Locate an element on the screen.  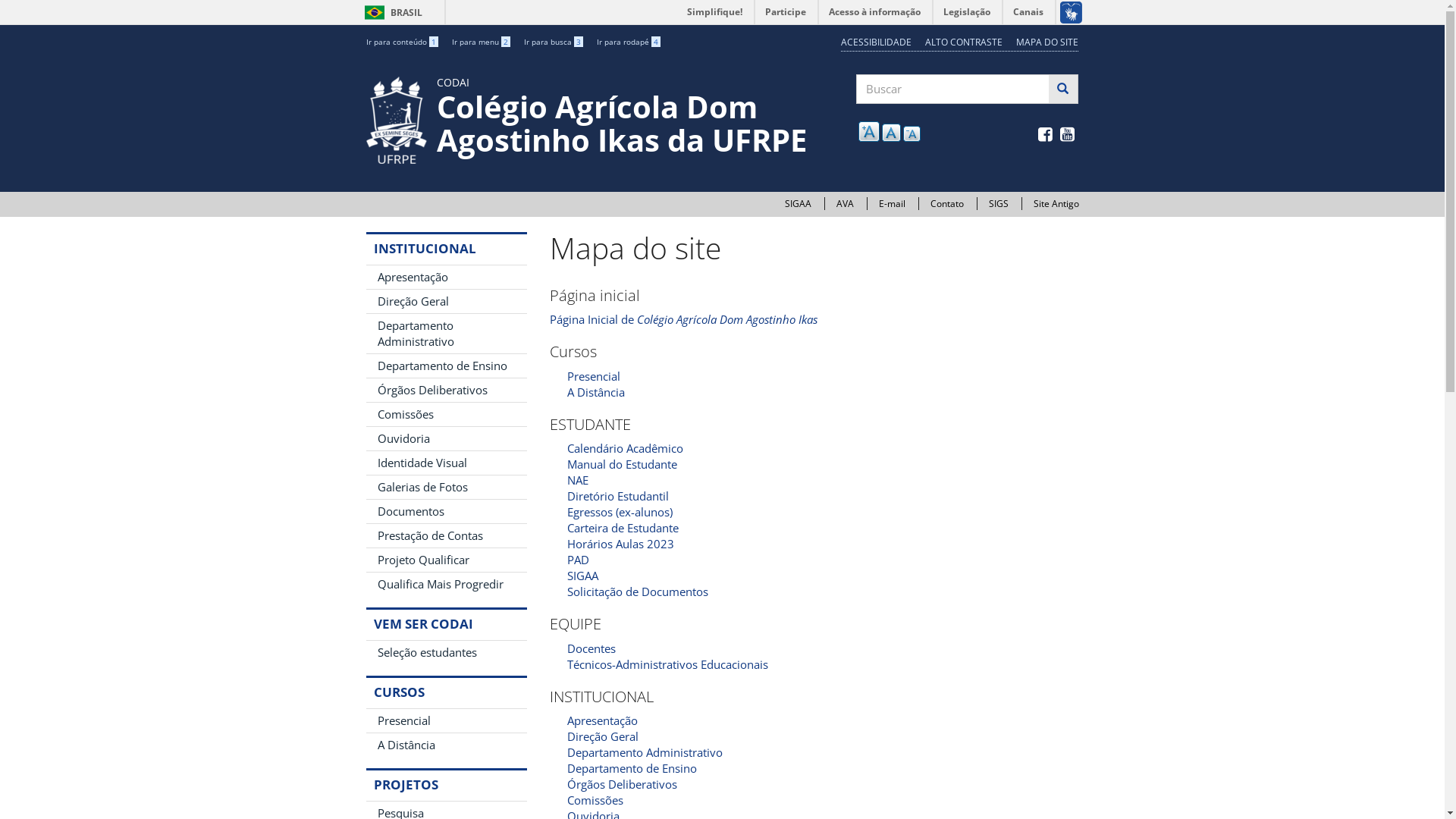
'Departamento de Ensino' is located at coordinates (632, 768).